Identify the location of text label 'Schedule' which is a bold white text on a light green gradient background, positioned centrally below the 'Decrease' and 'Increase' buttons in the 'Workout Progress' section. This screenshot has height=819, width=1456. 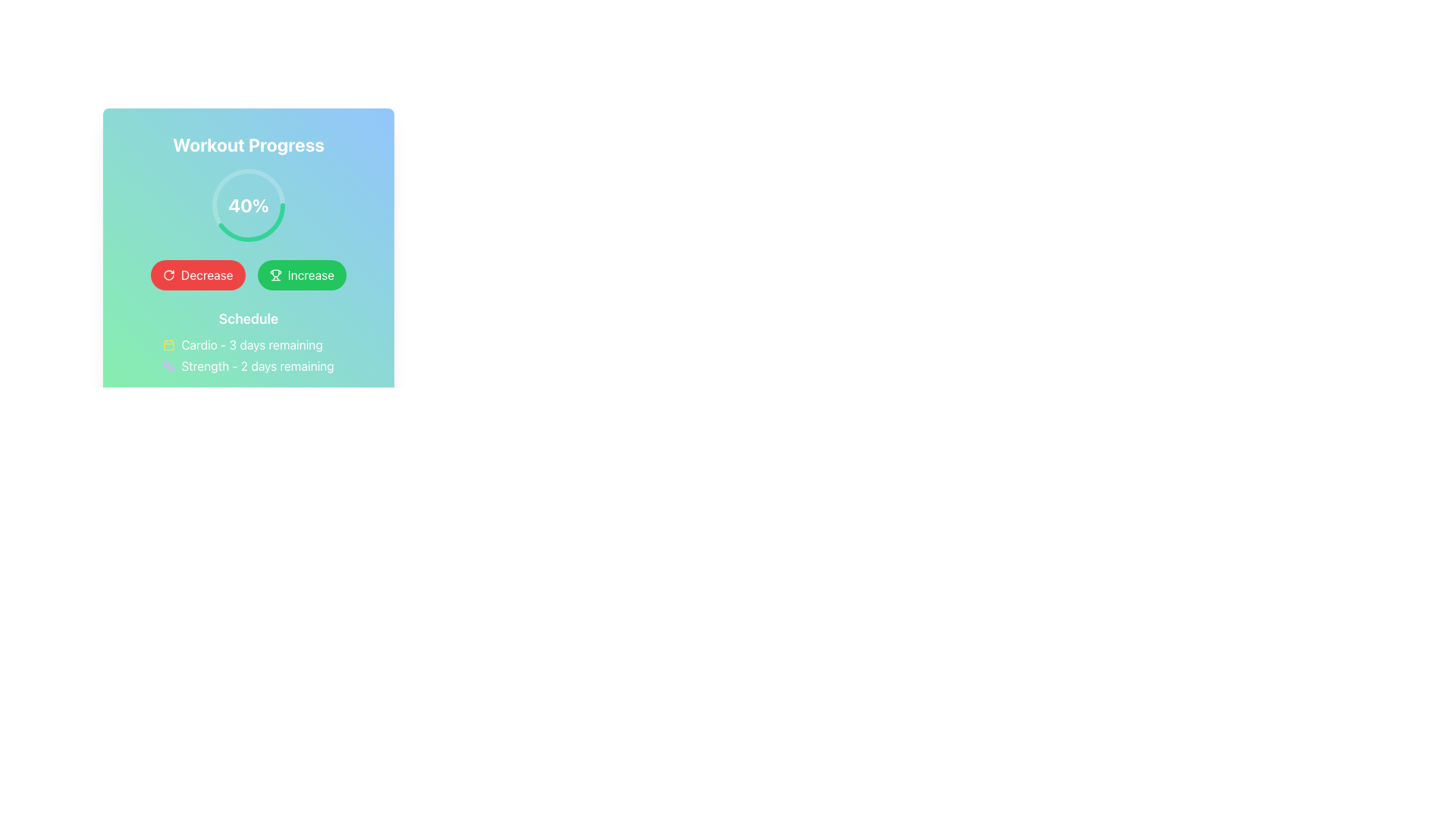
(248, 318).